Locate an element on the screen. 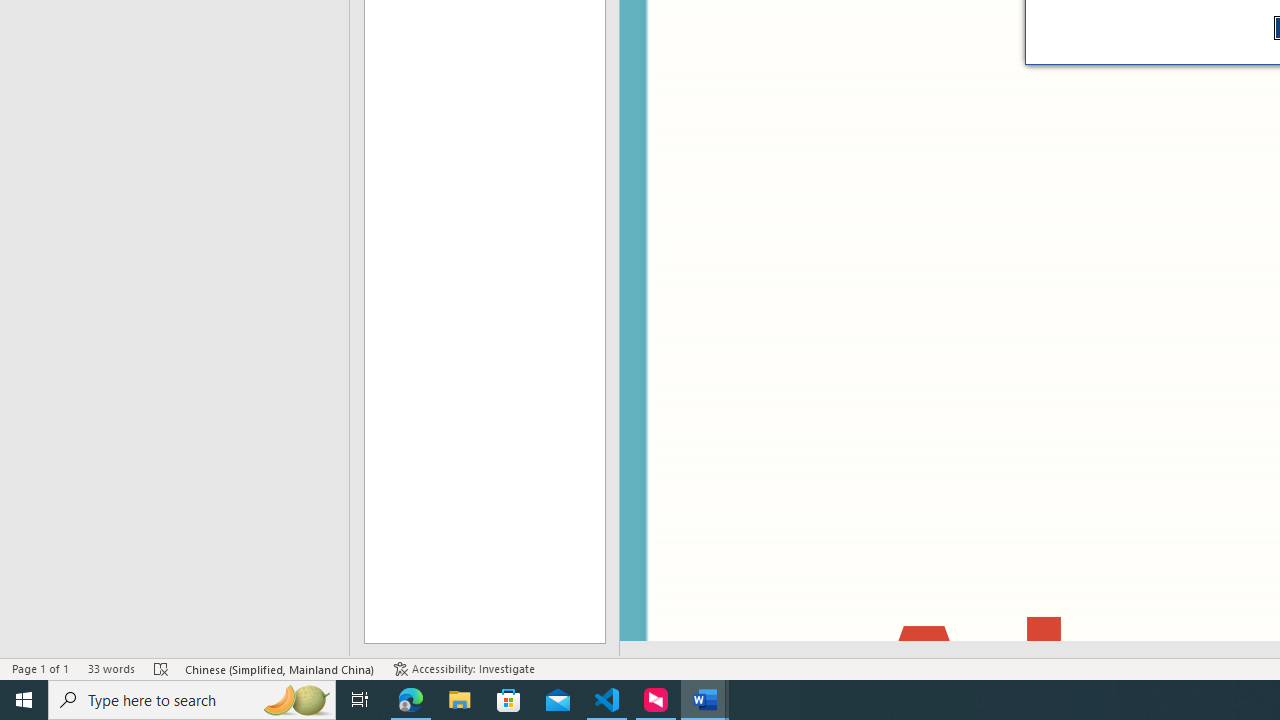 This screenshot has height=720, width=1280. 'Language Chinese (Simplified, Mainland China)' is located at coordinates (279, 669).